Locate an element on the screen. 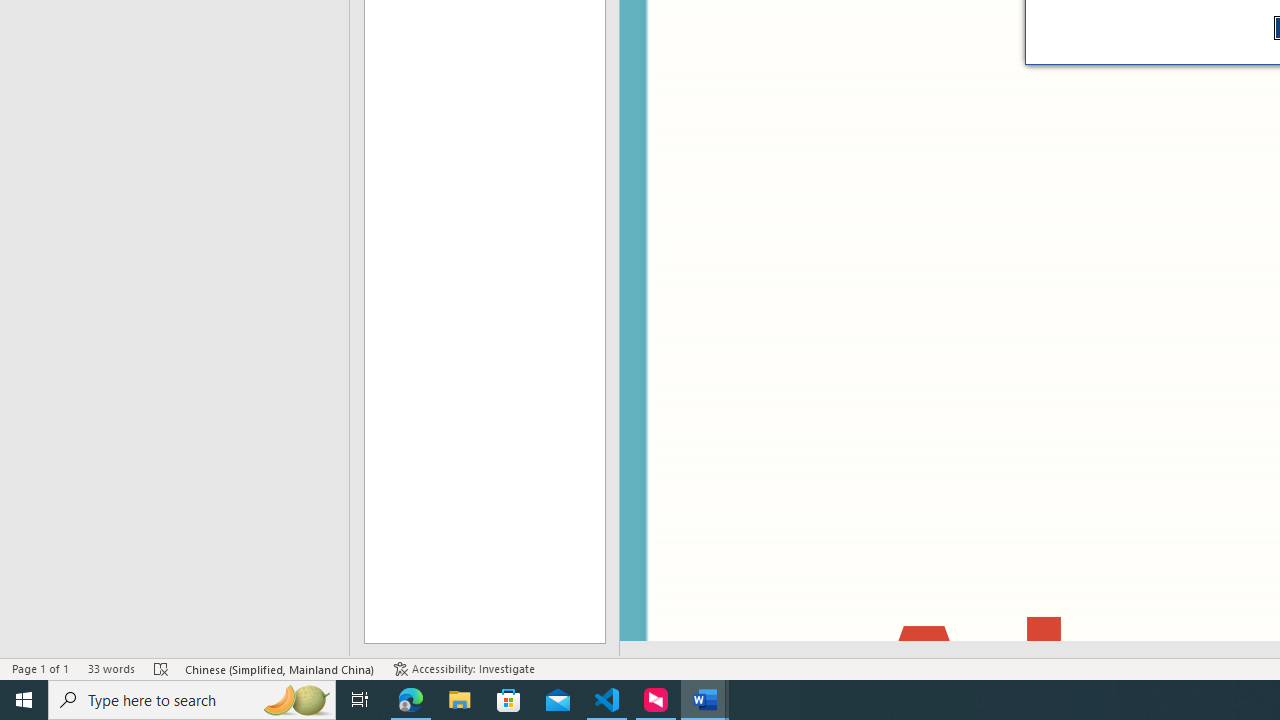 This screenshot has height=720, width=1280. 'Language Chinese (Simplified, Mainland China)' is located at coordinates (279, 669).